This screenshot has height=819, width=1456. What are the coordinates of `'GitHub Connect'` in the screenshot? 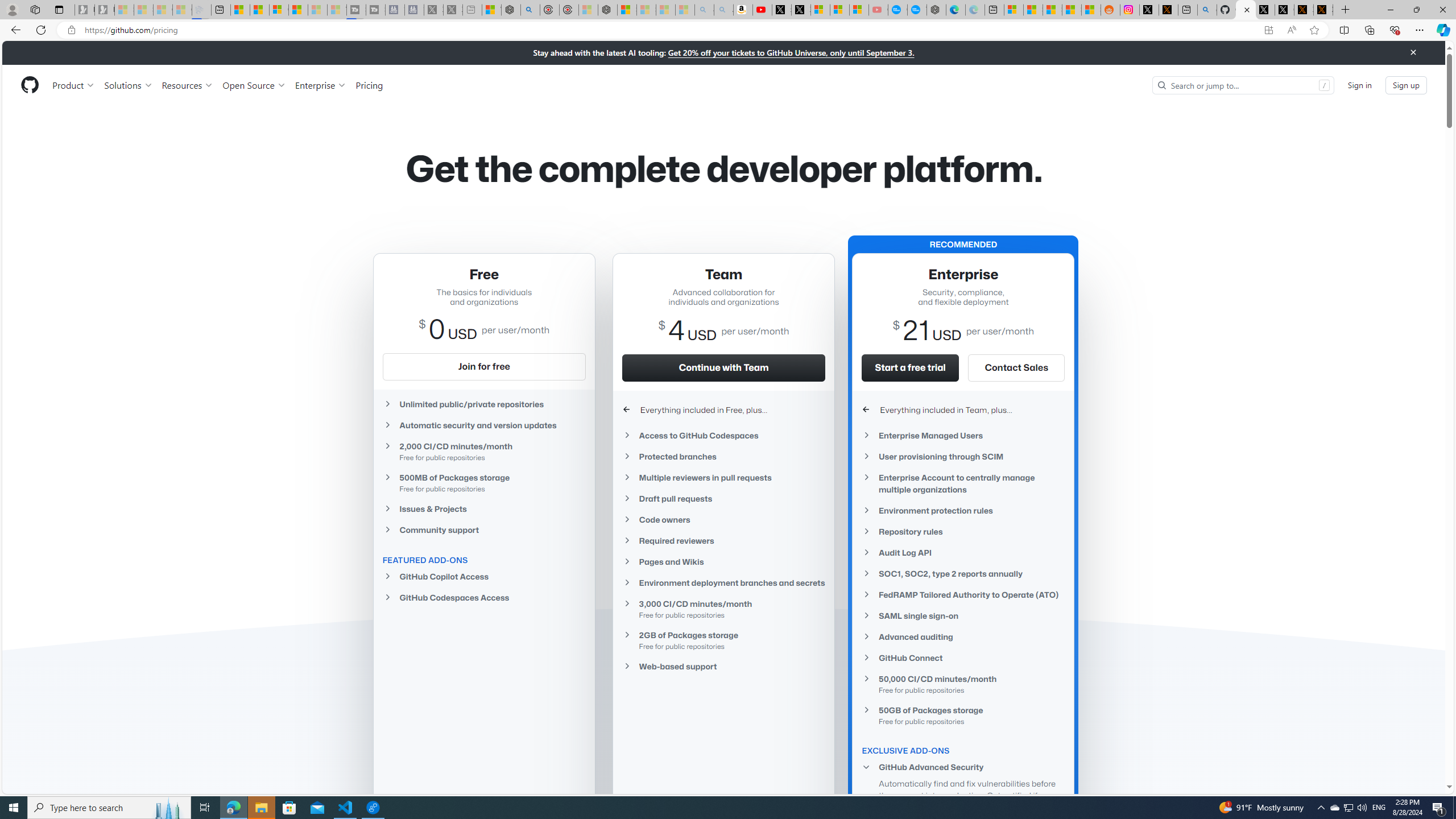 It's located at (963, 657).